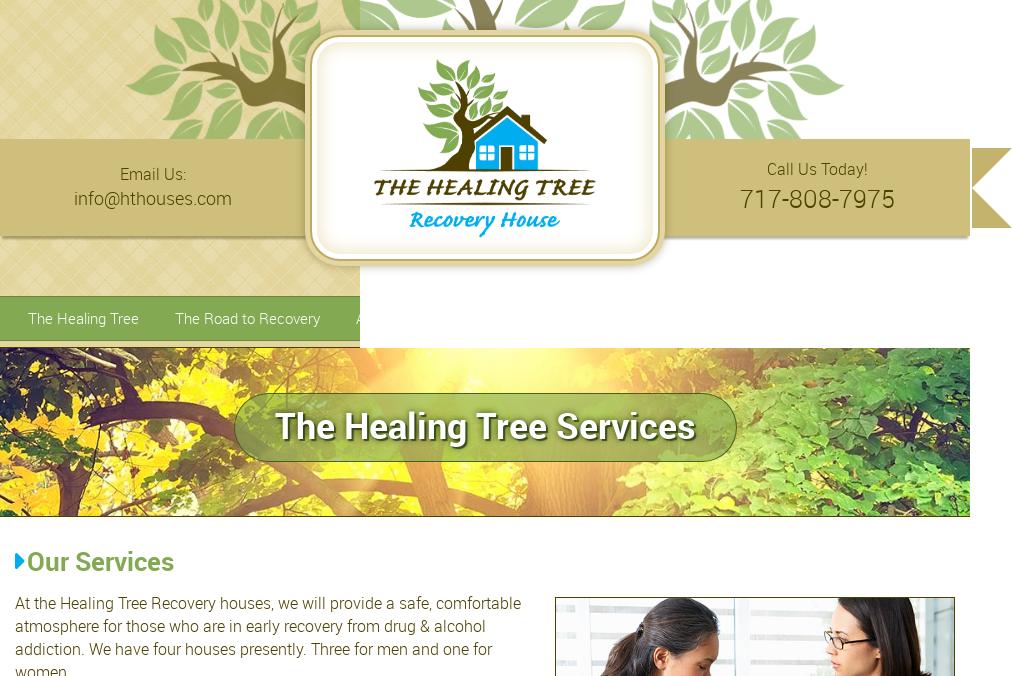 This screenshot has width=1012, height=676. Describe the element at coordinates (816, 169) in the screenshot. I see `'Call Us Today!'` at that location.